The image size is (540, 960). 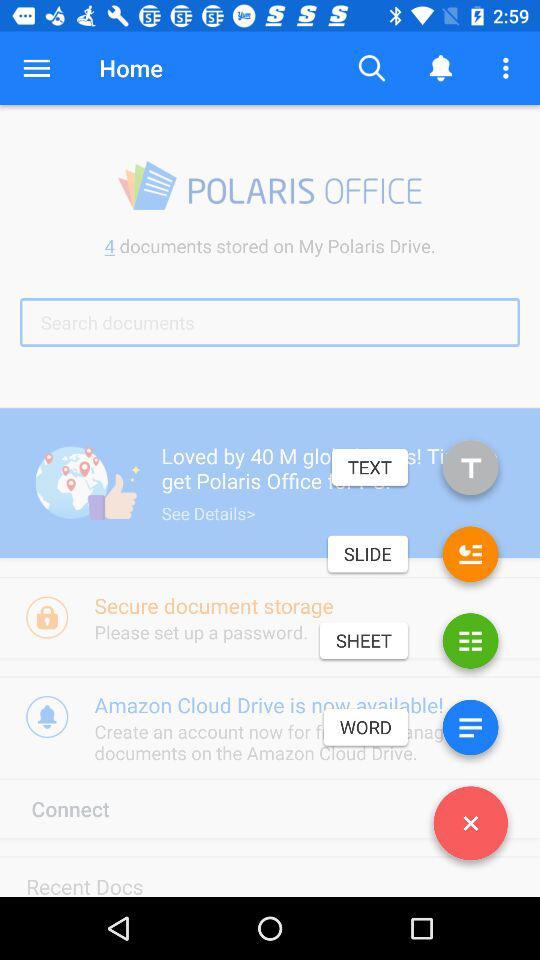 What do you see at coordinates (470, 827) in the screenshot?
I see `the close icon` at bounding box center [470, 827].